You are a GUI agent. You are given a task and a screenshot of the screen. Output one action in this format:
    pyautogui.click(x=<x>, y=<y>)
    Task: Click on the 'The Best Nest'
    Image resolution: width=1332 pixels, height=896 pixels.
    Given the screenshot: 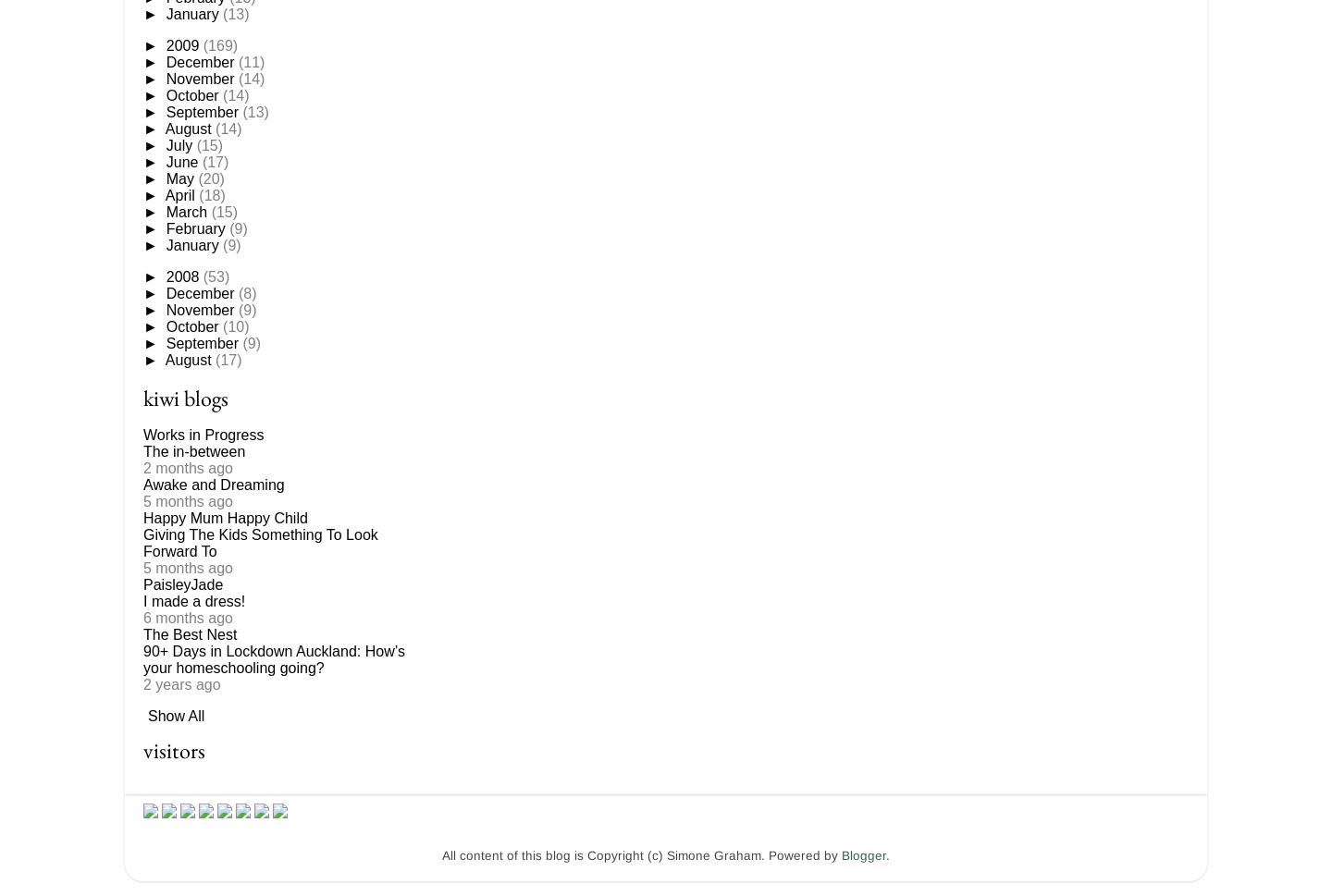 What is the action you would take?
    pyautogui.click(x=142, y=633)
    